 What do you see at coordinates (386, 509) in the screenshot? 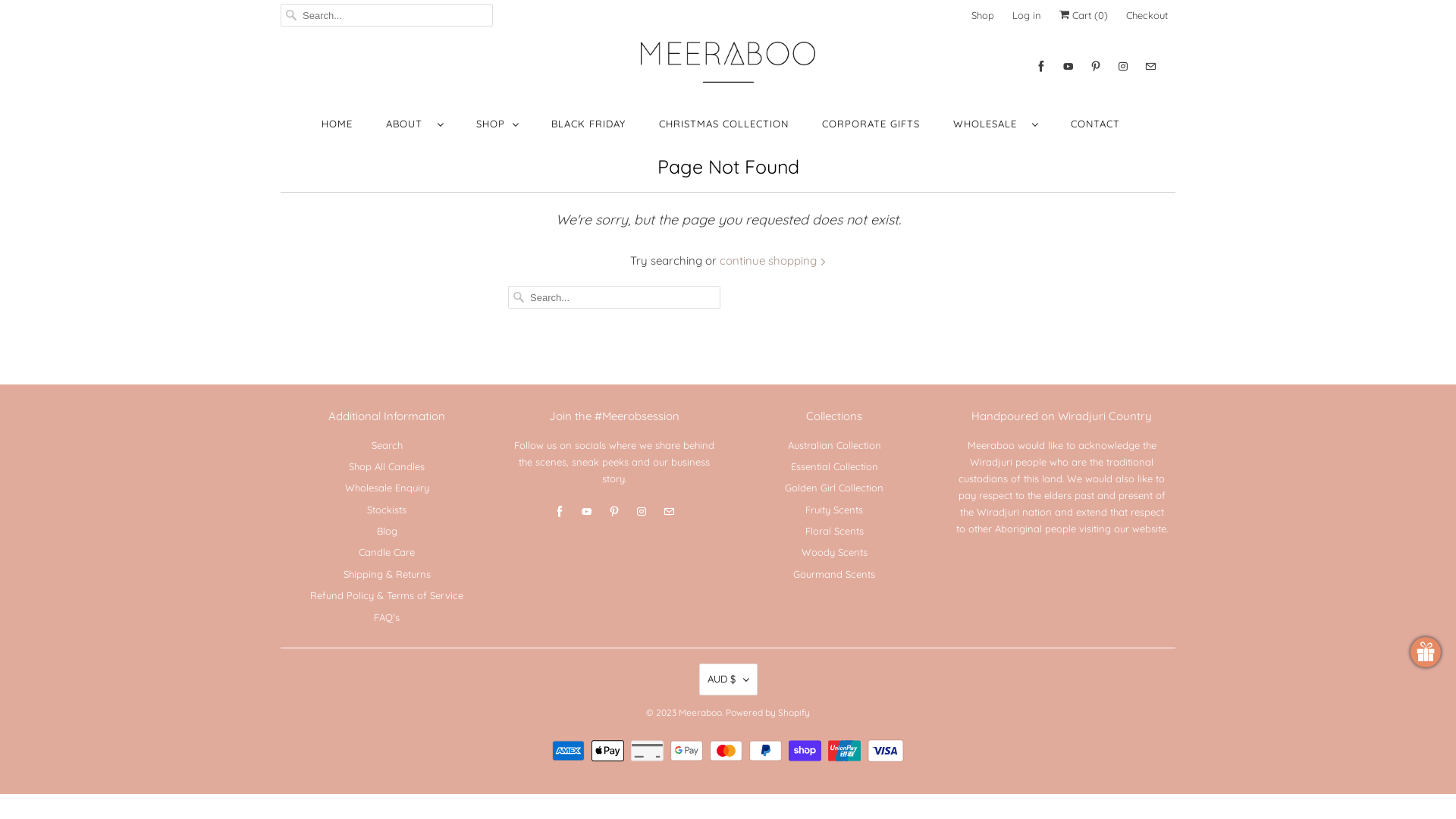
I see `'Stockists'` at bounding box center [386, 509].